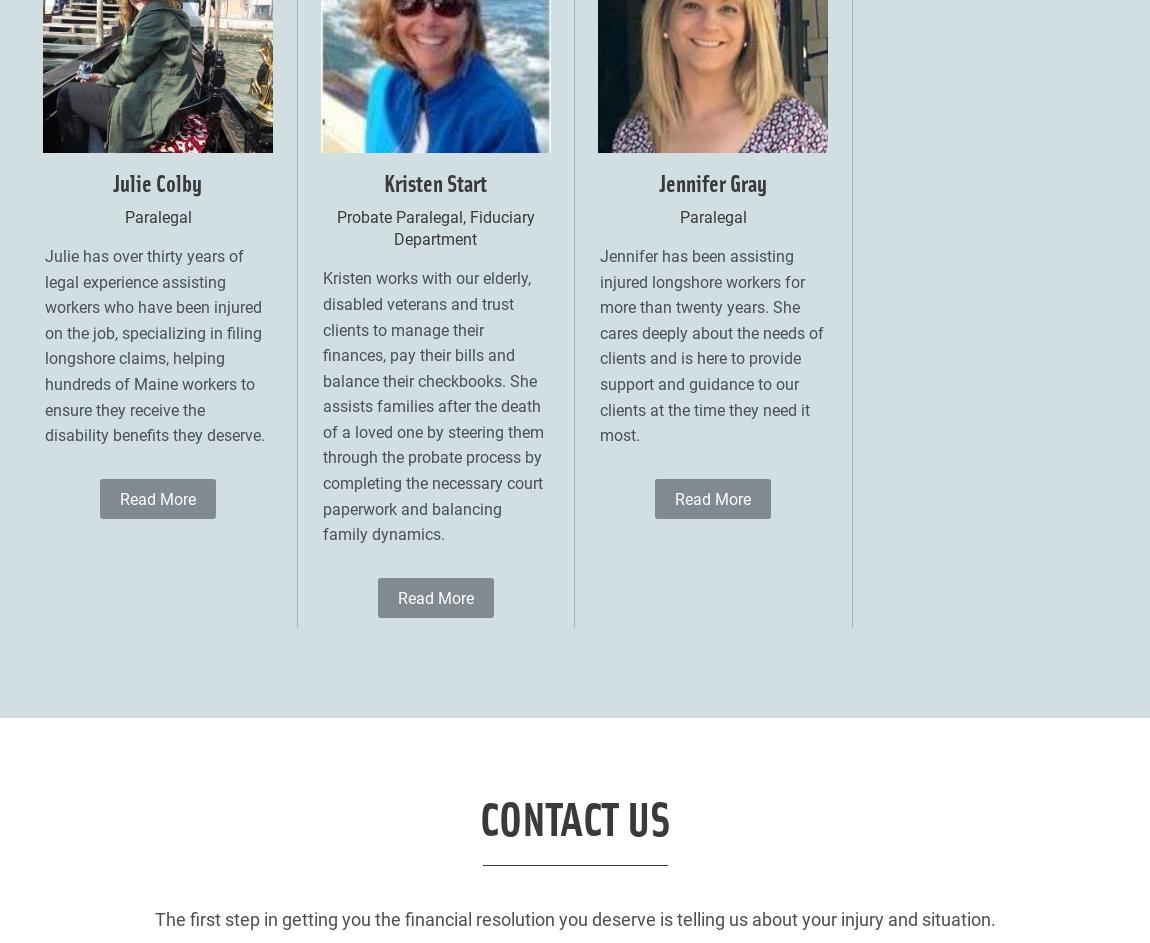 Image resolution: width=1150 pixels, height=943 pixels. What do you see at coordinates (383, 179) in the screenshot?
I see `'Kristen Start'` at bounding box center [383, 179].